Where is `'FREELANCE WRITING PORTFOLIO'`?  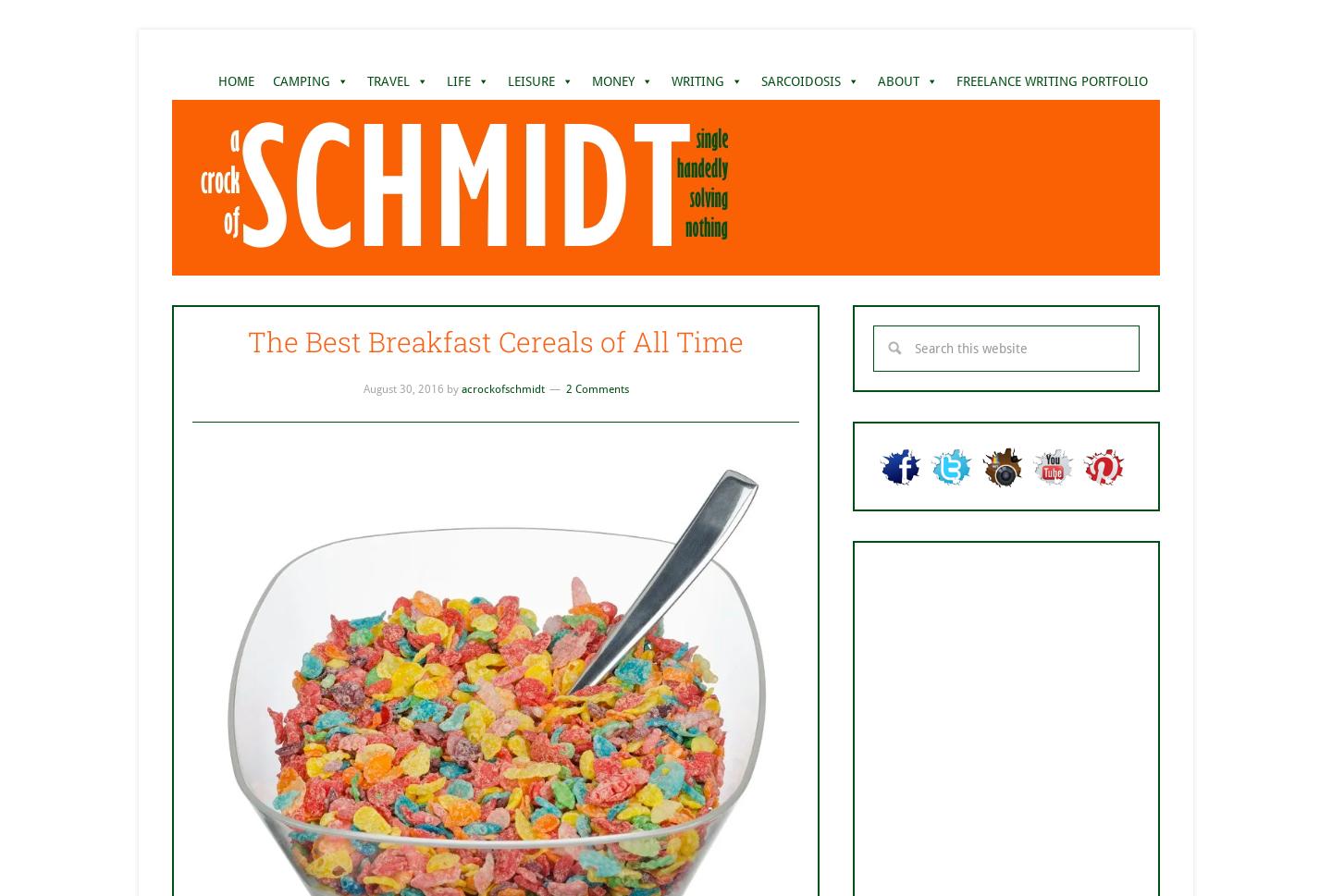 'FREELANCE WRITING PORTFOLIO' is located at coordinates (1051, 80).